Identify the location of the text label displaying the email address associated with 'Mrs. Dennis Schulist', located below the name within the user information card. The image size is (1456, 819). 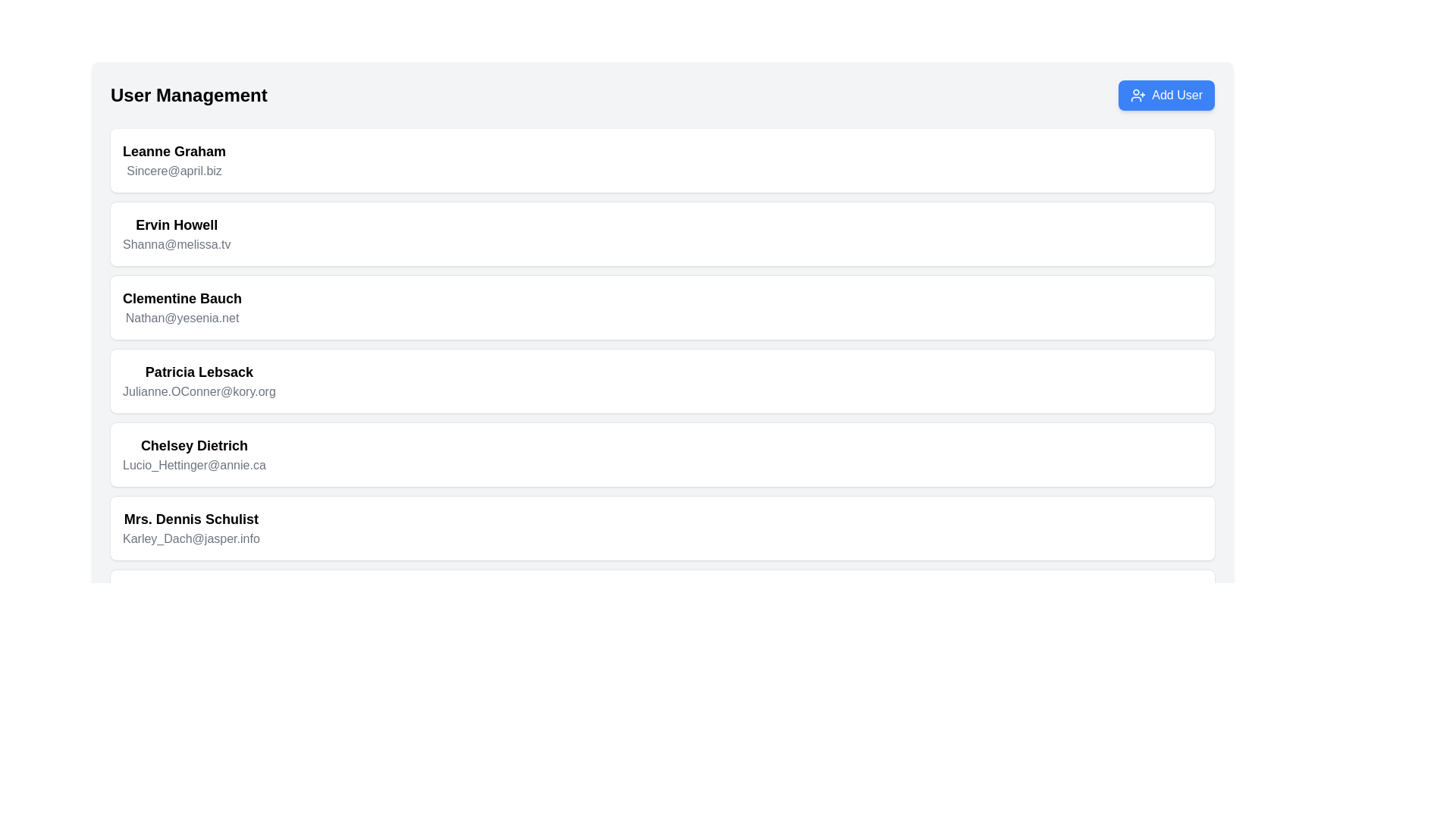
(190, 538).